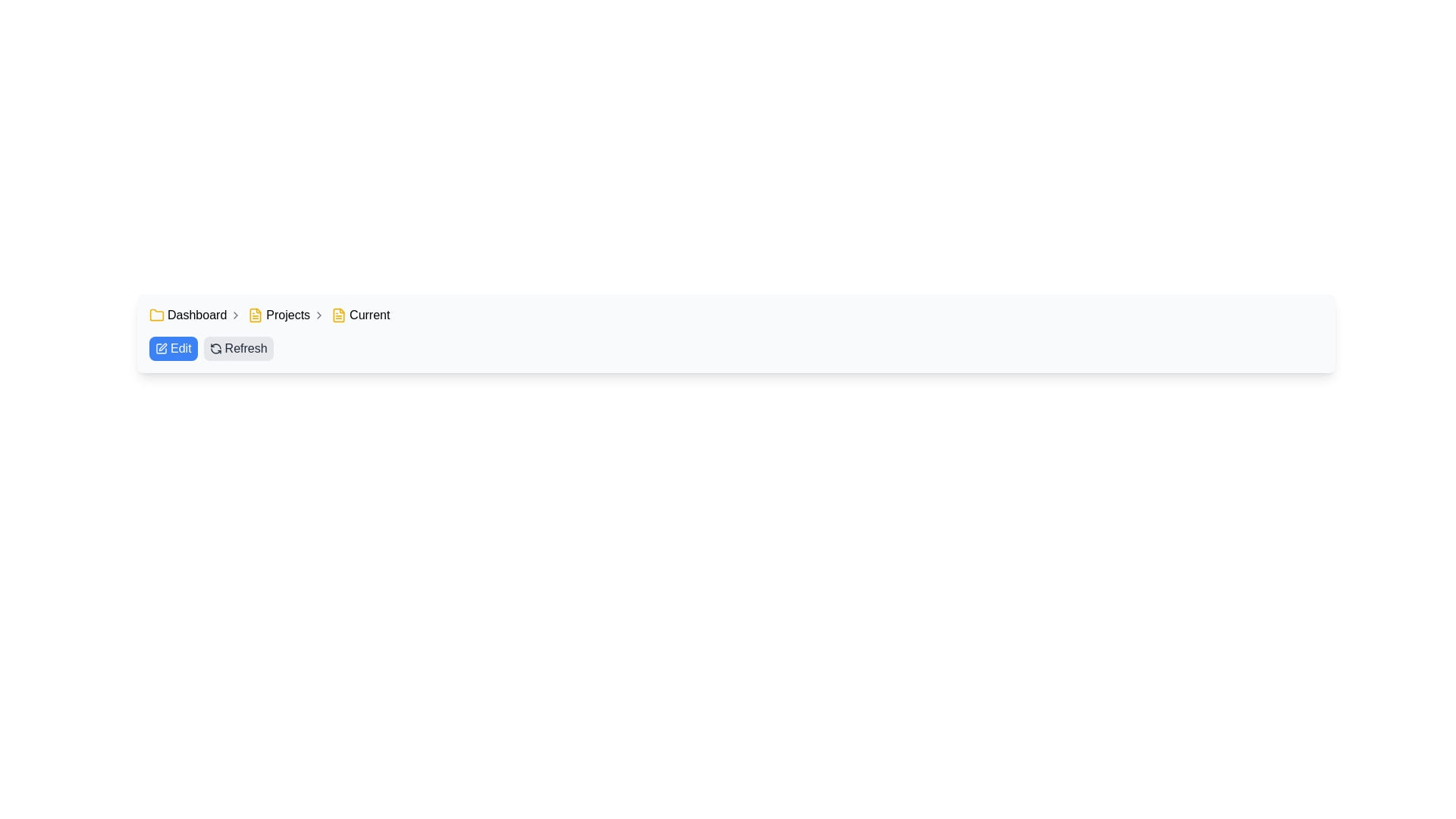  What do you see at coordinates (156, 314) in the screenshot?
I see `the inner detailing of the folder icon located near the top left of the breadcrumb navigation bar` at bounding box center [156, 314].